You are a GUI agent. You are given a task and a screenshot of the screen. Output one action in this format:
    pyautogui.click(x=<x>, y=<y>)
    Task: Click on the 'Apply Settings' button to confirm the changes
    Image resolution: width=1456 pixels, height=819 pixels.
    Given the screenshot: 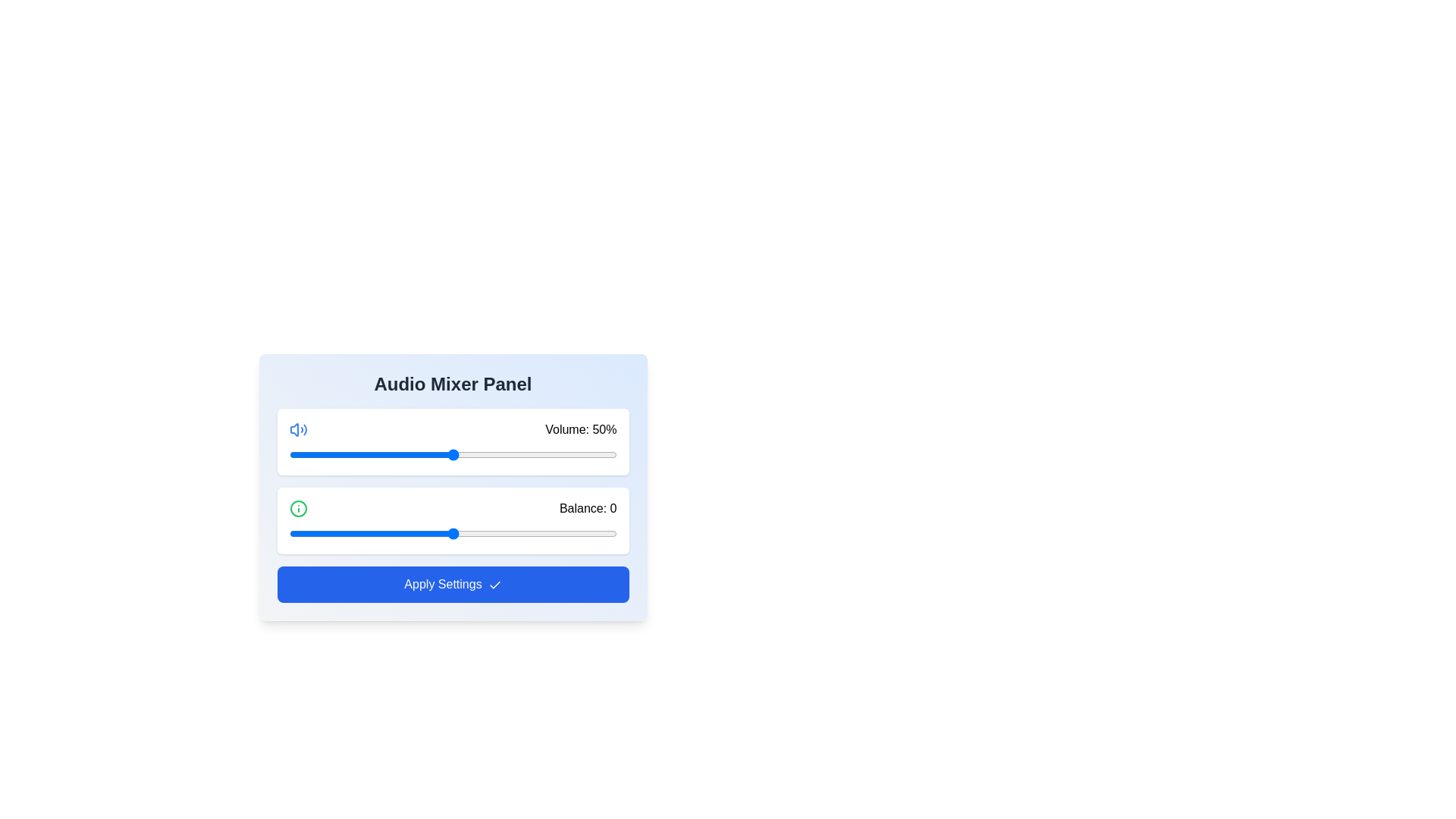 What is the action you would take?
    pyautogui.click(x=452, y=584)
    